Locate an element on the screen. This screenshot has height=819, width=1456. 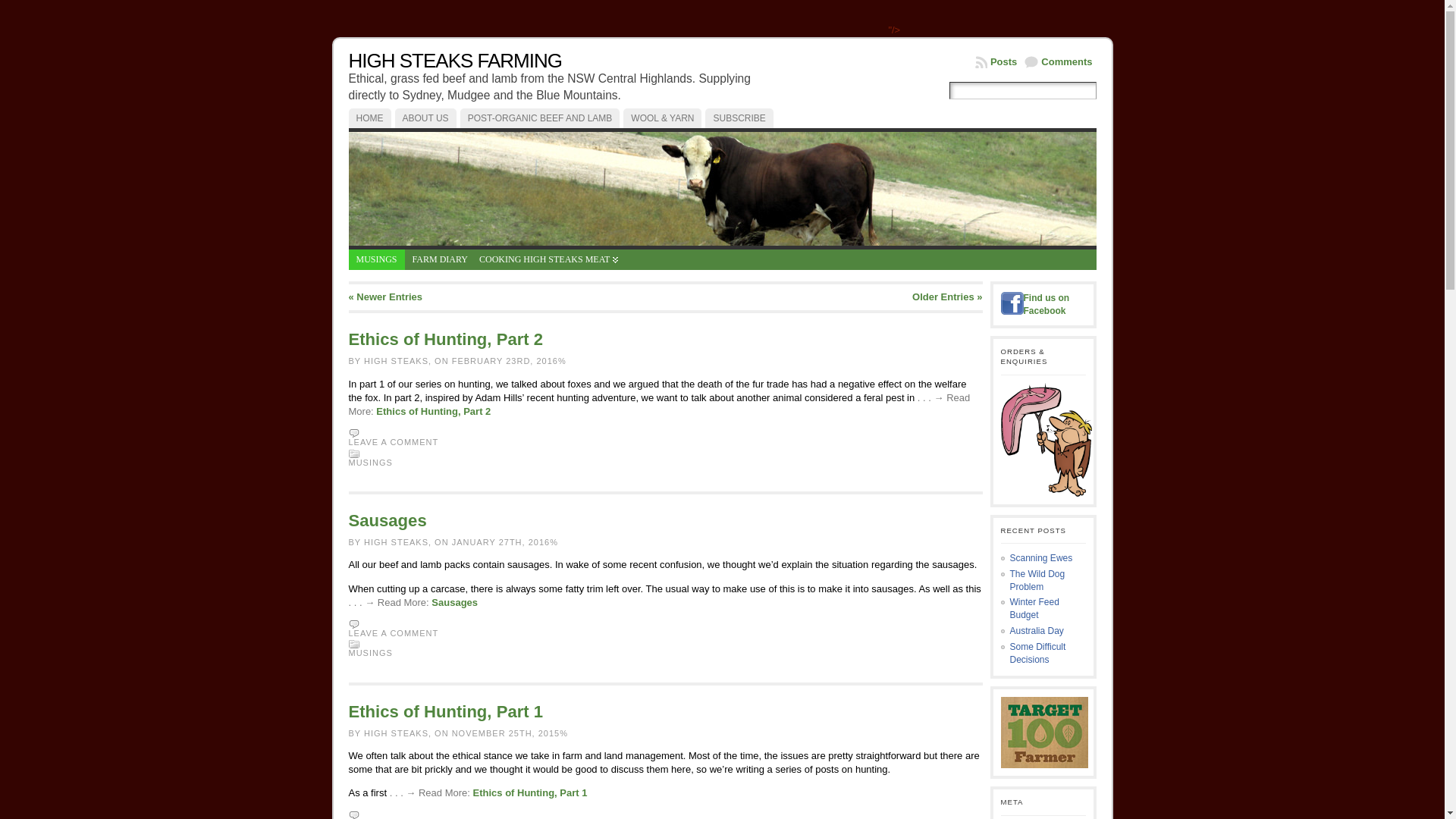
'POST-ORGANIC BEEF AND LAMB' is located at coordinates (459, 117).